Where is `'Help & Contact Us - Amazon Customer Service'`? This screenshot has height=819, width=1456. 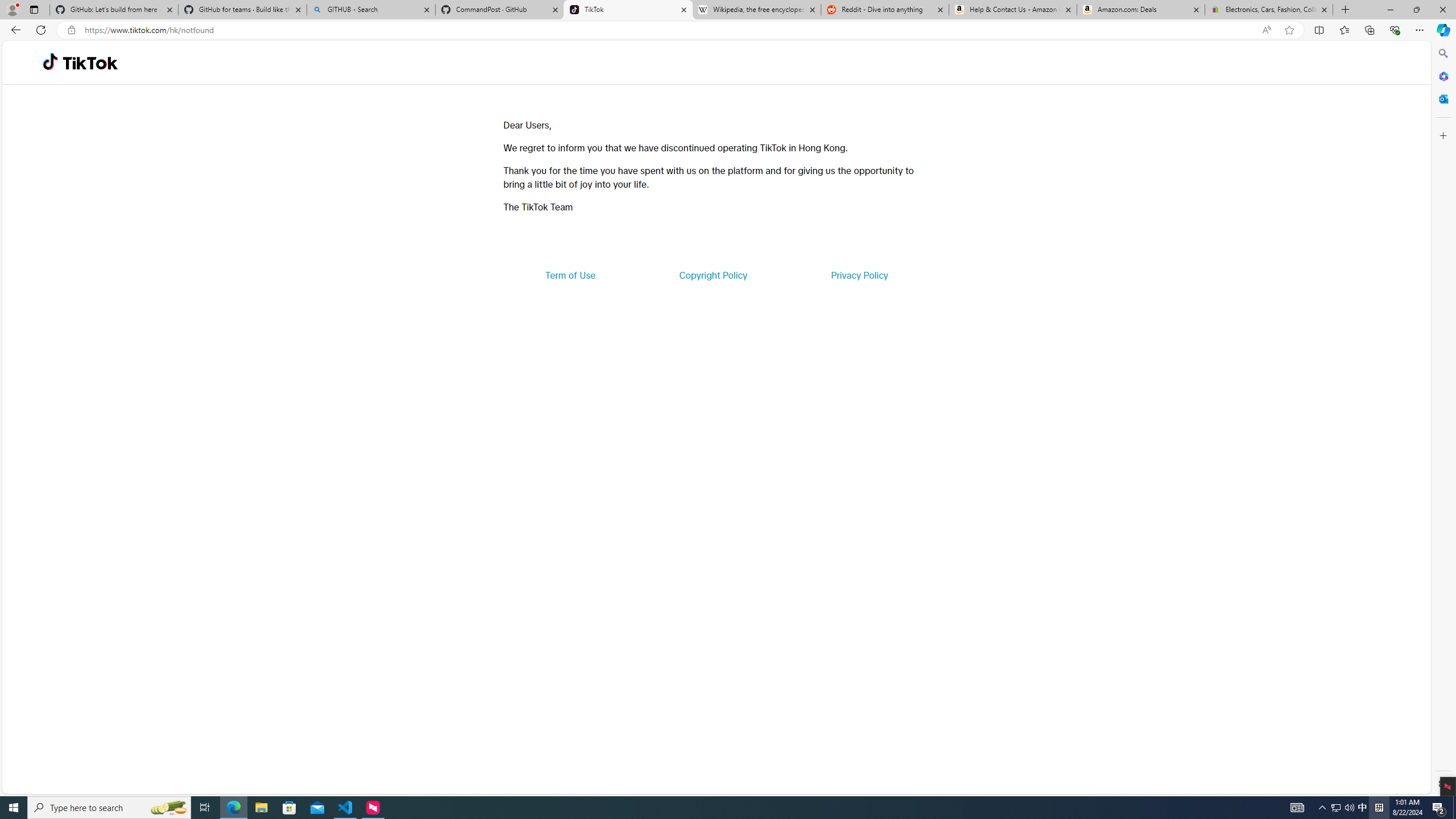
'Help & Contact Us - Amazon Customer Service' is located at coordinates (1012, 9).